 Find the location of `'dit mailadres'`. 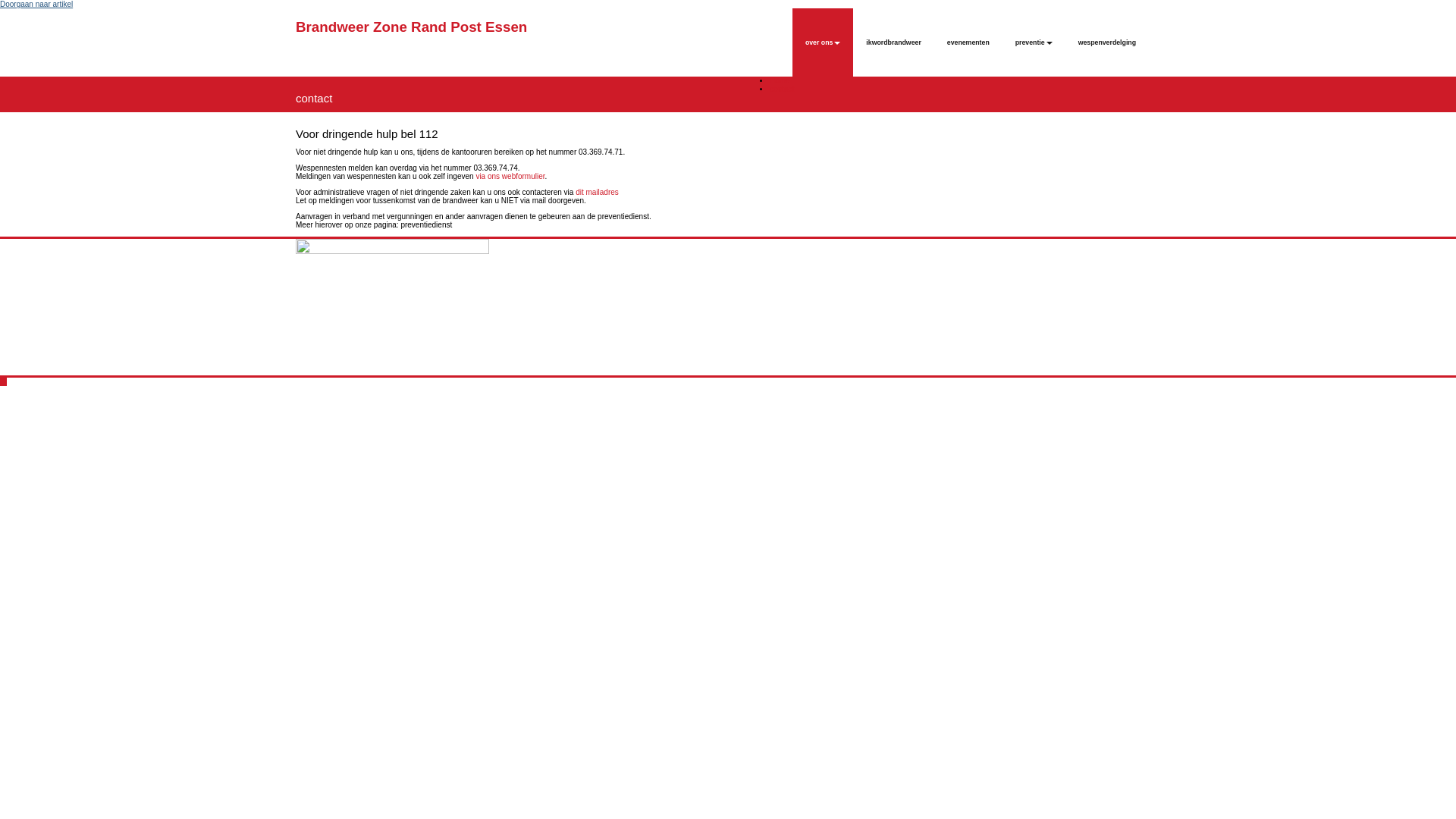

'dit mailadres' is located at coordinates (596, 191).